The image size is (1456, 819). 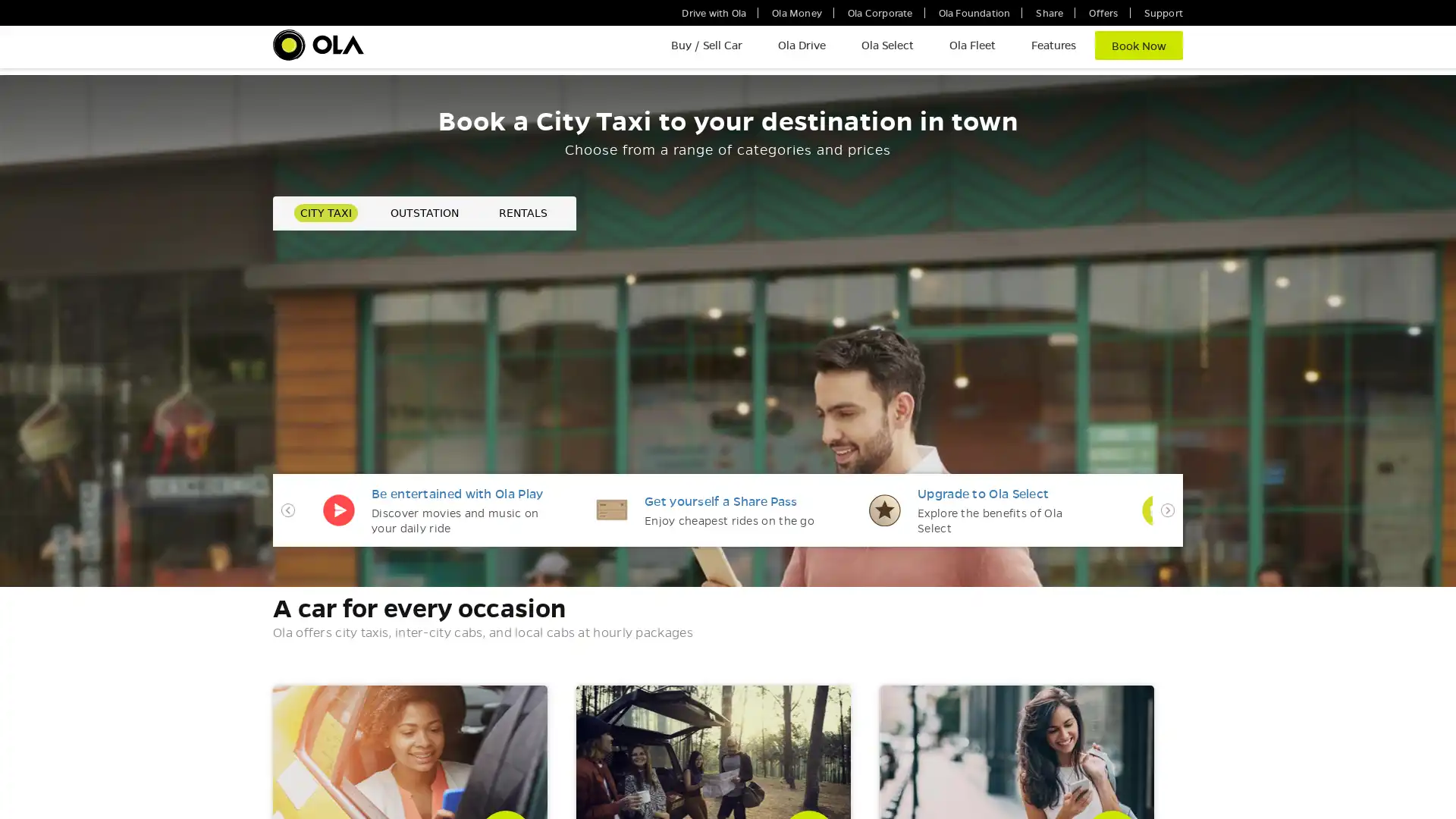 I want to click on Prev, so click(x=287, y=586).